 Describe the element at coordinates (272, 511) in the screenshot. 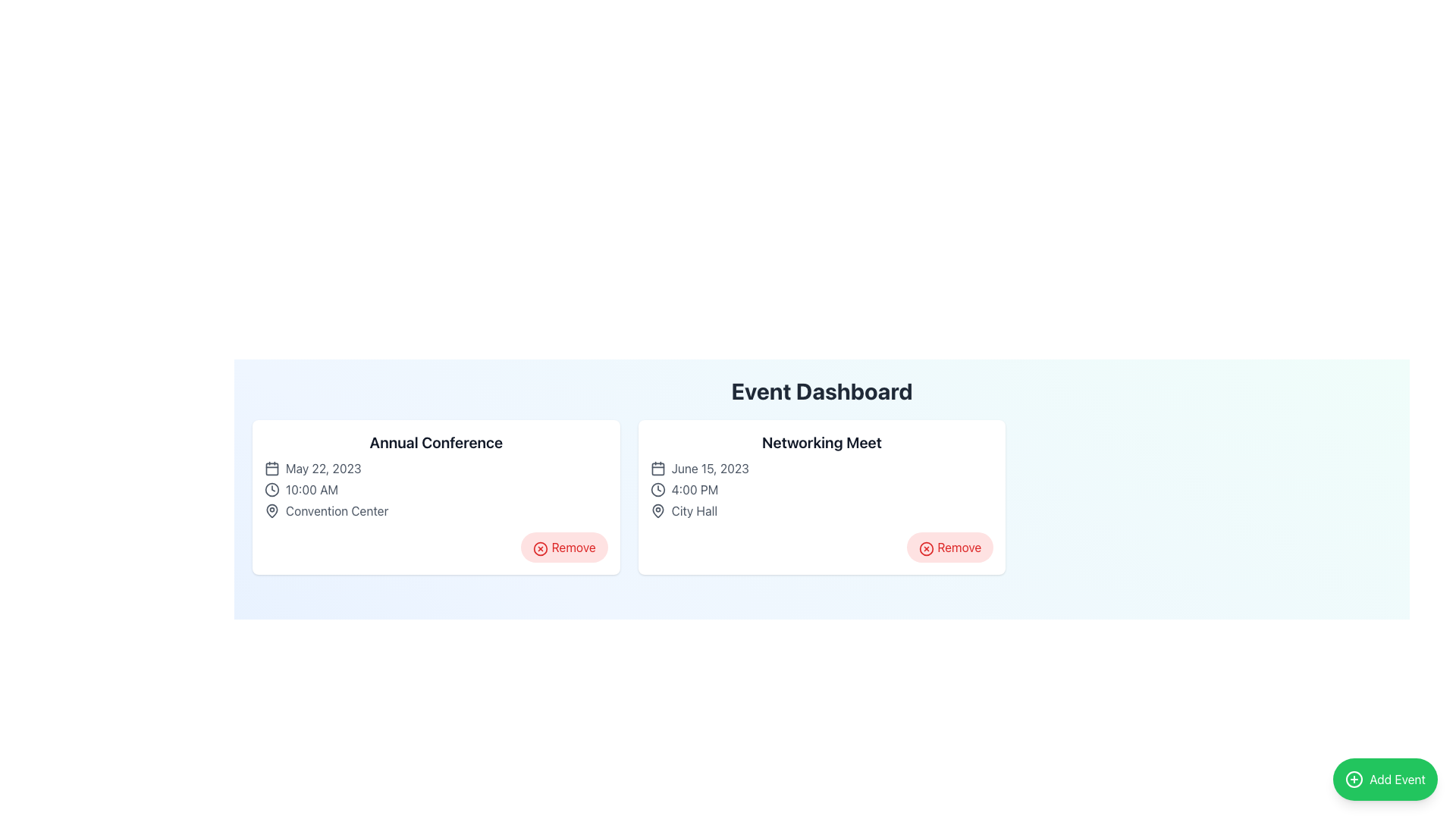

I see `the map pin icon located in the 'Convention Center' section of the 'Annual Conference' card on the event dashboard` at that location.